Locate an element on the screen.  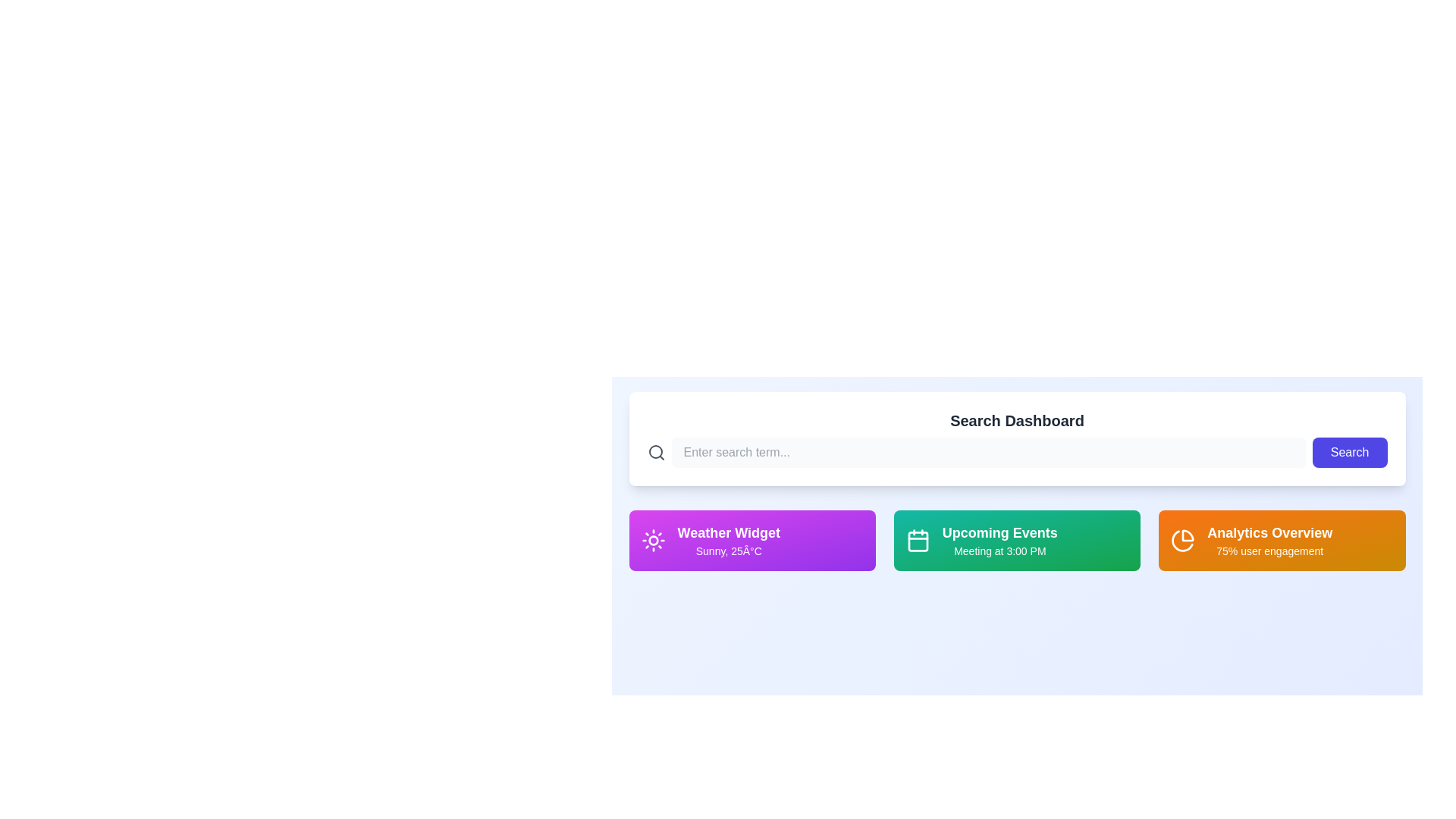
the text label displaying 'Meeting at 3:00 PM', which is located below the 'Upcoming Events' heading and has a bold green background is located at coordinates (999, 551).